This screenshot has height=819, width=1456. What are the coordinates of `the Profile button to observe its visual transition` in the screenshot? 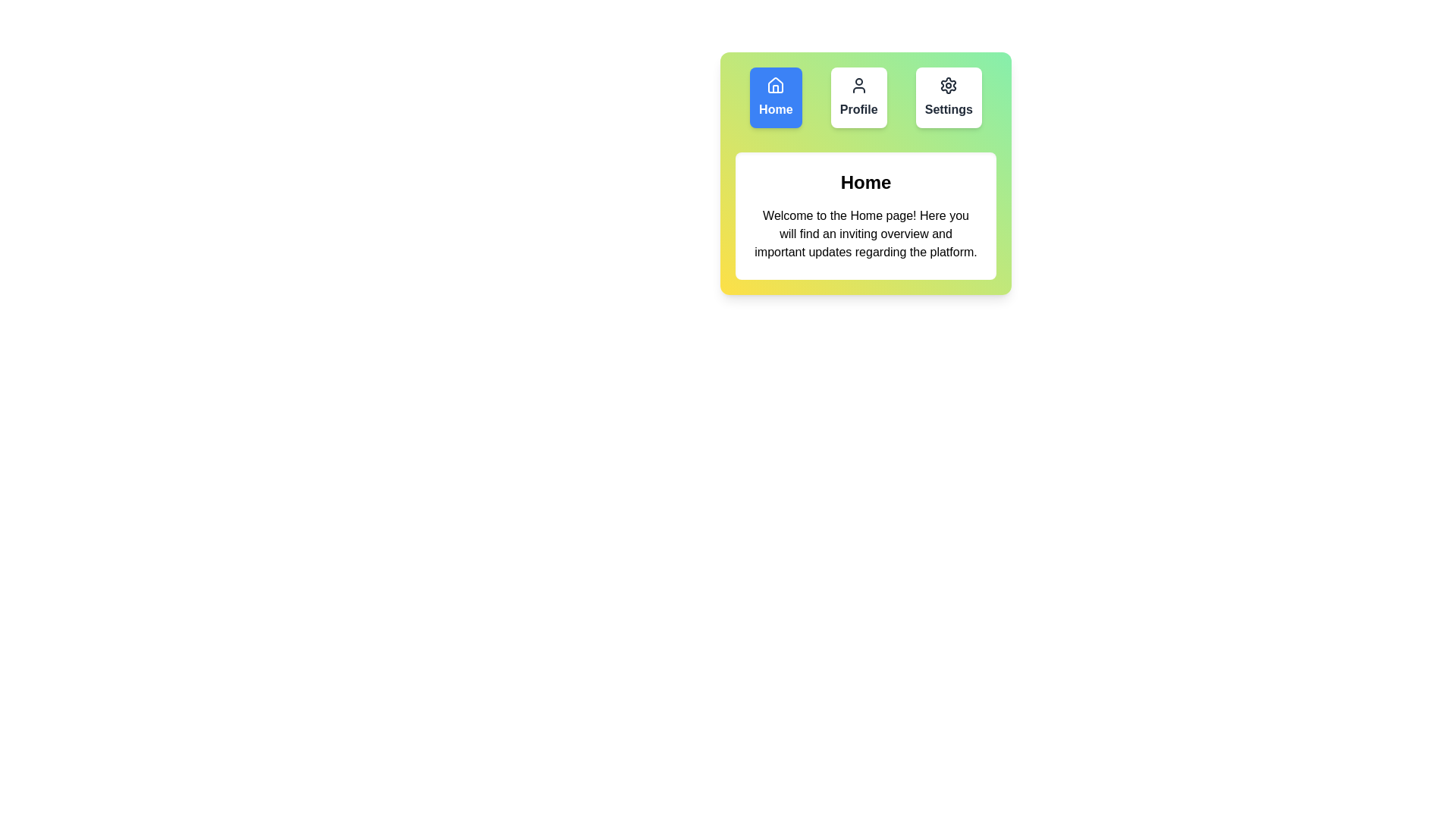 It's located at (858, 97).